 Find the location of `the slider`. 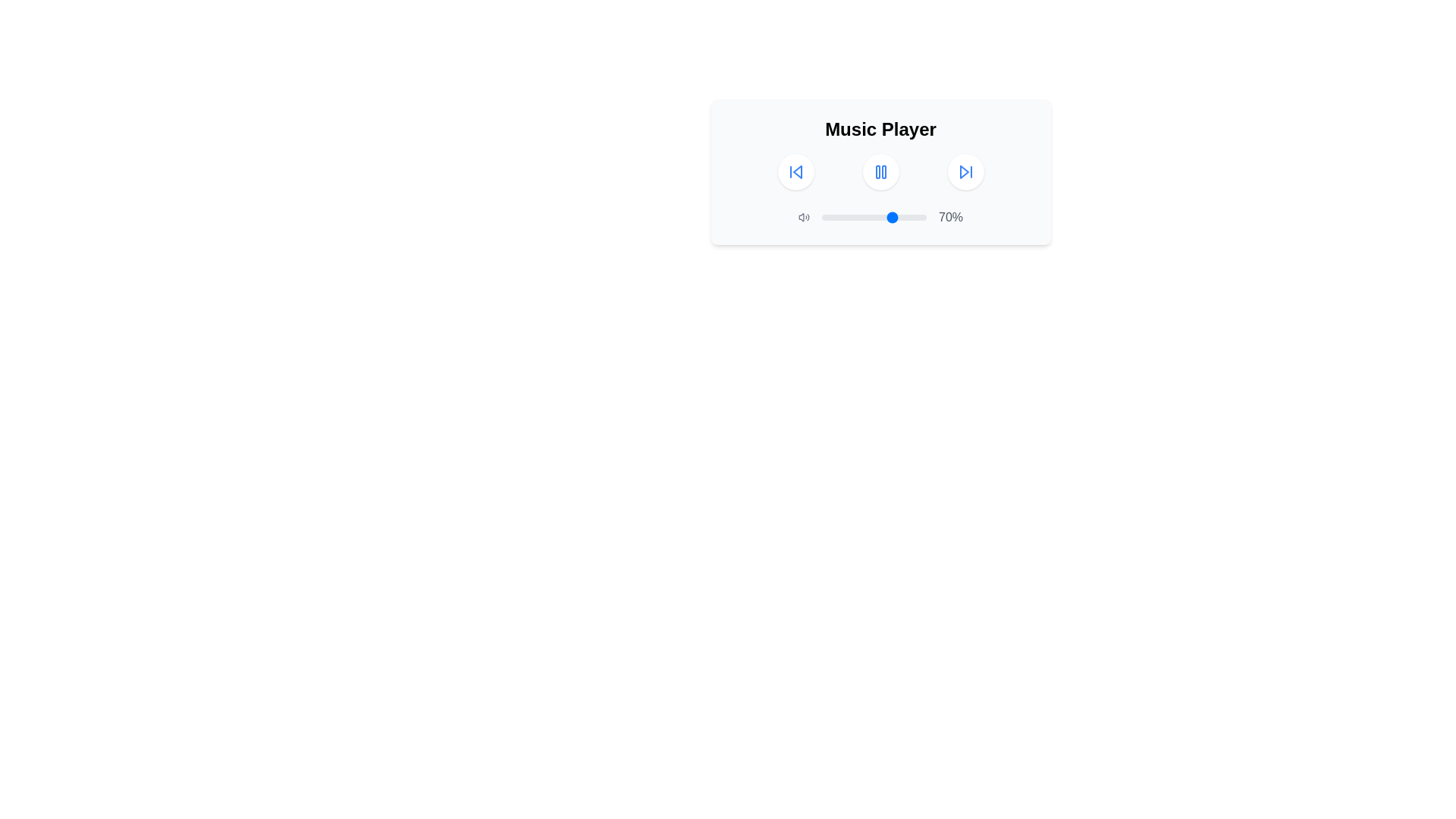

the slider is located at coordinates (844, 217).